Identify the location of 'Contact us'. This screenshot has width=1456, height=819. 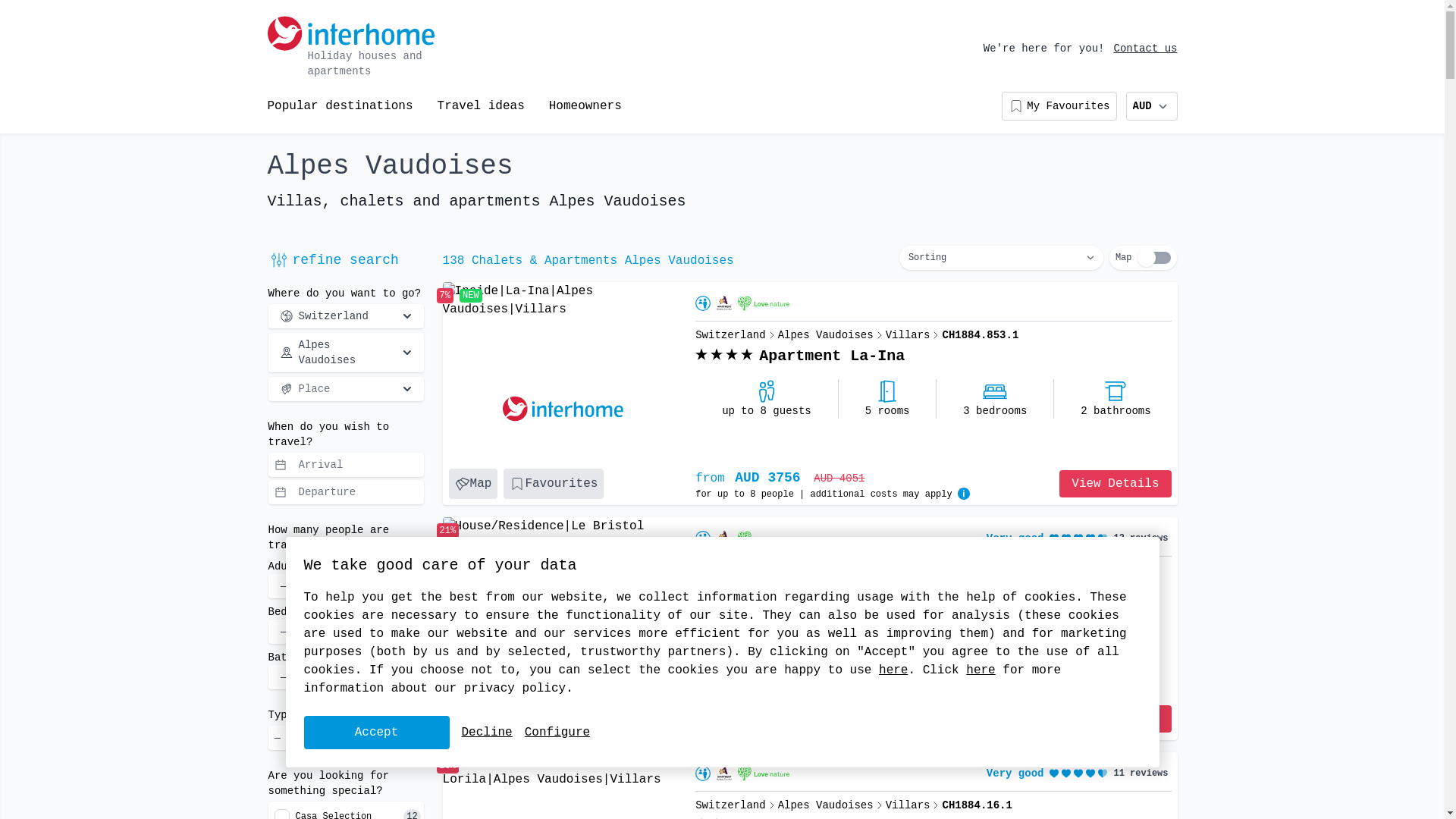
(1145, 48).